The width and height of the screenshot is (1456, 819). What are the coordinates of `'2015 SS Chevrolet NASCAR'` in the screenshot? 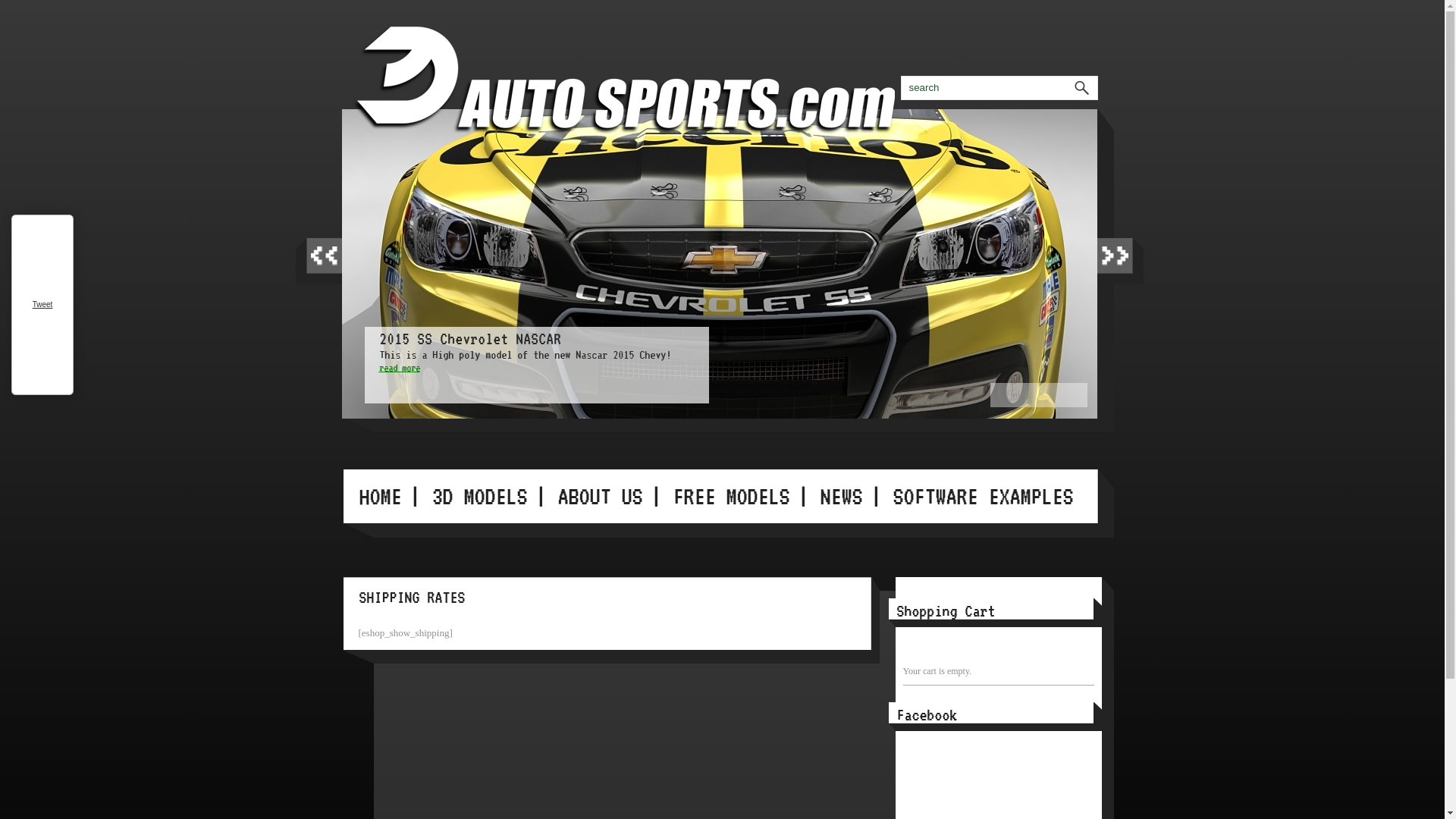 It's located at (469, 337).